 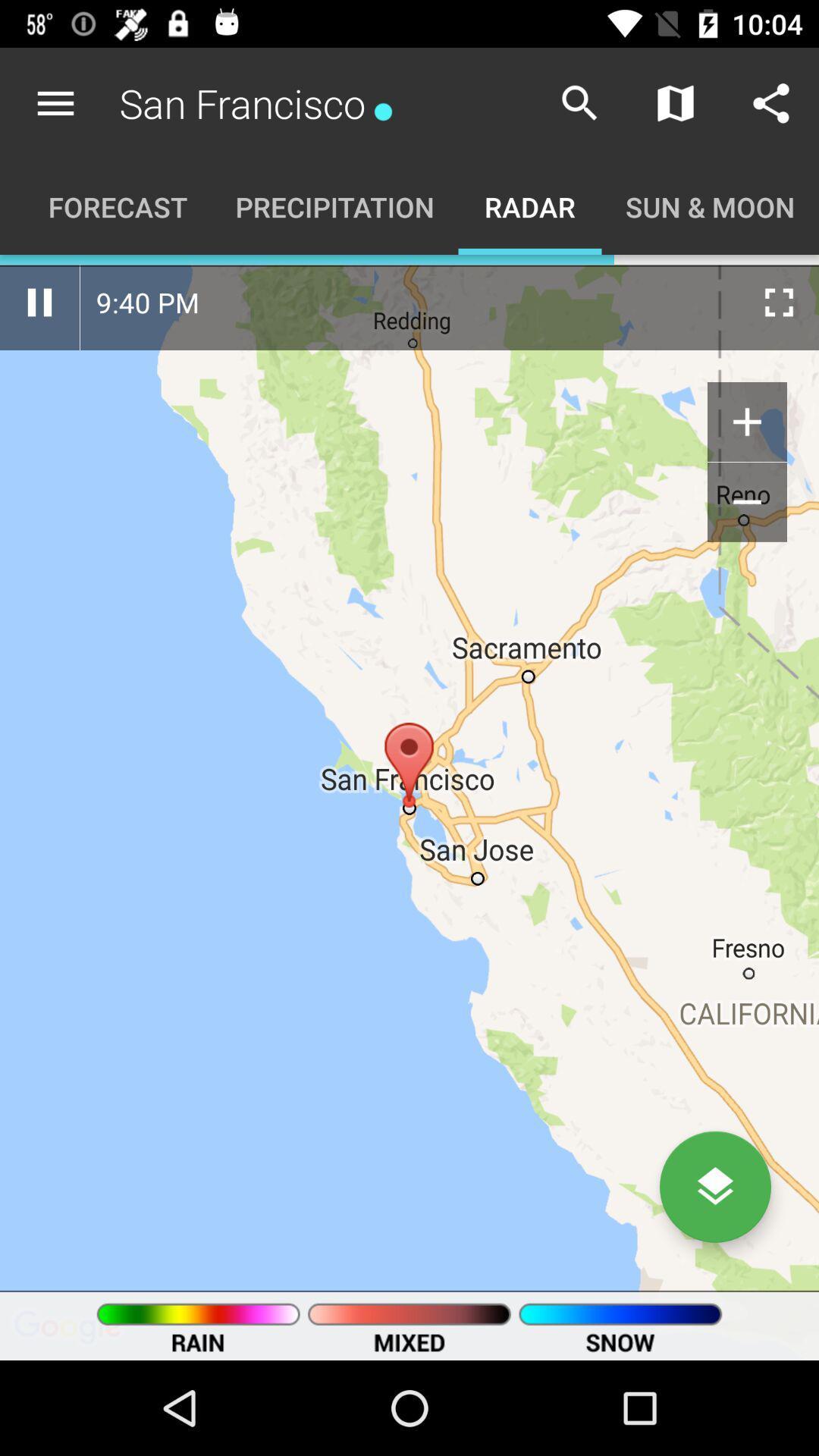 What do you see at coordinates (715, 1186) in the screenshot?
I see `the layers icon` at bounding box center [715, 1186].